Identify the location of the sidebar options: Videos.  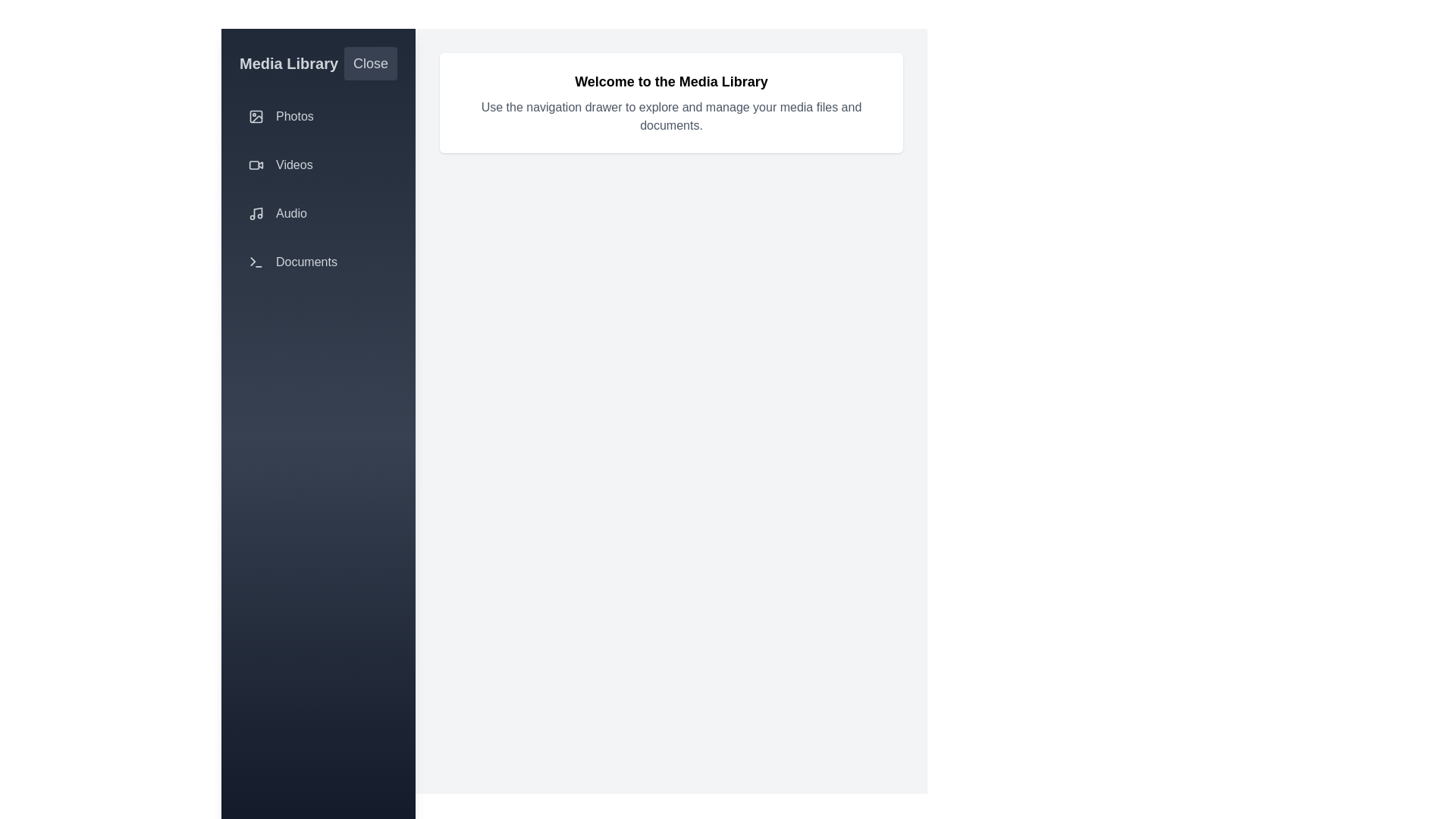
(318, 165).